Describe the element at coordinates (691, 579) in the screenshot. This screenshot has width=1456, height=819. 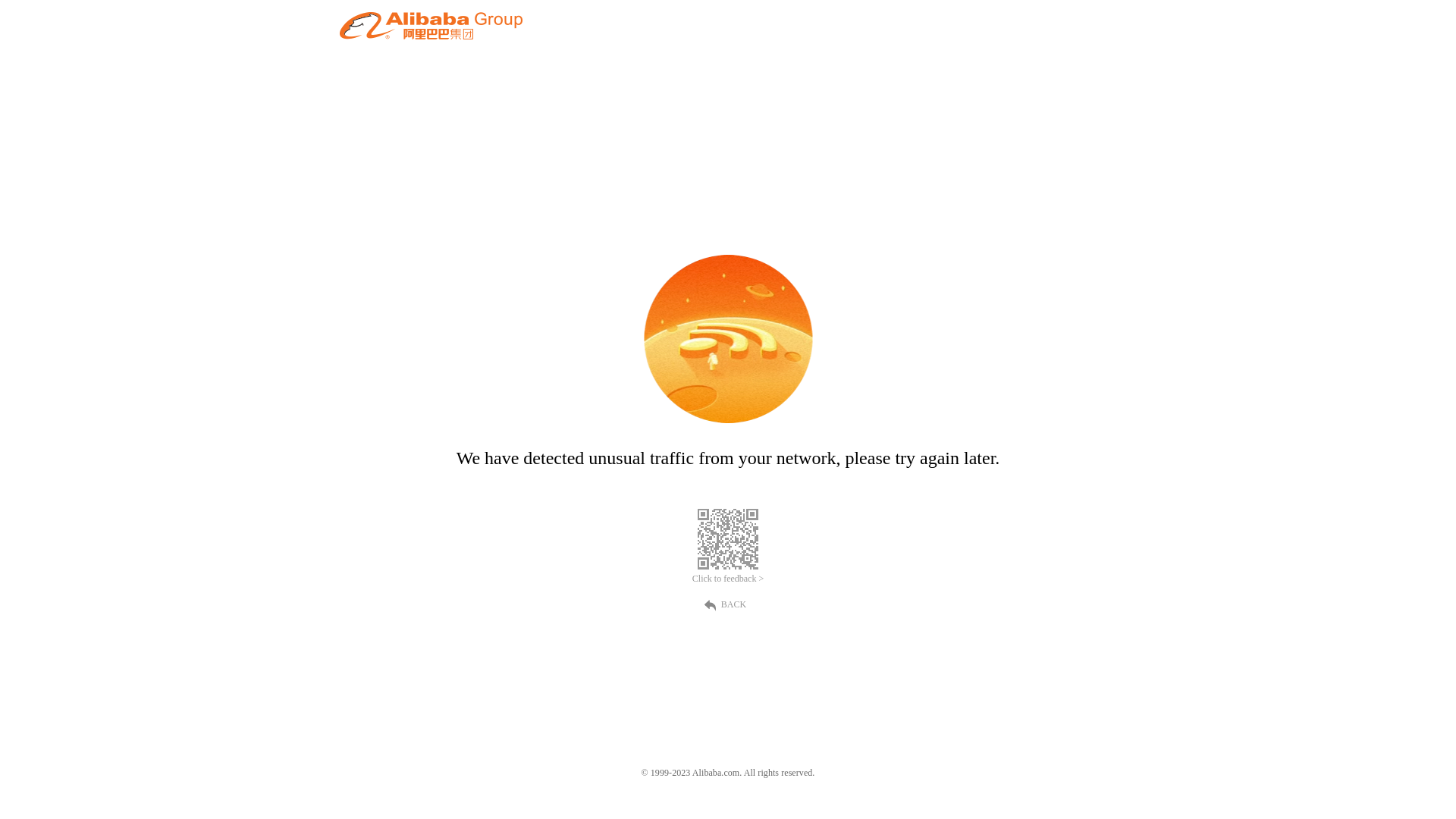
I see `'Click to feedback >'` at that location.